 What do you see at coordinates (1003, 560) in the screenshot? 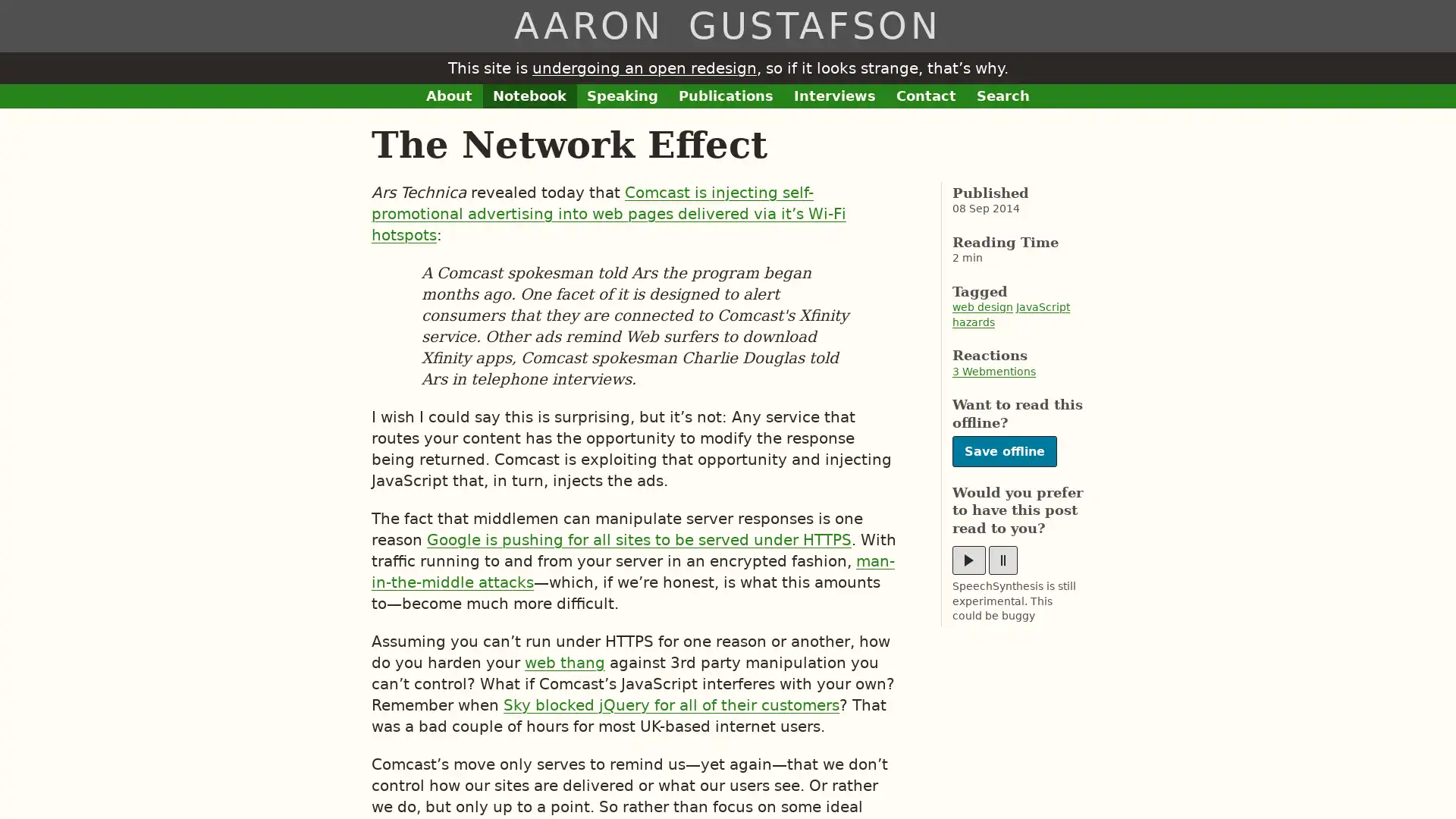
I see `Pause` at bounding box center [1003, 560].